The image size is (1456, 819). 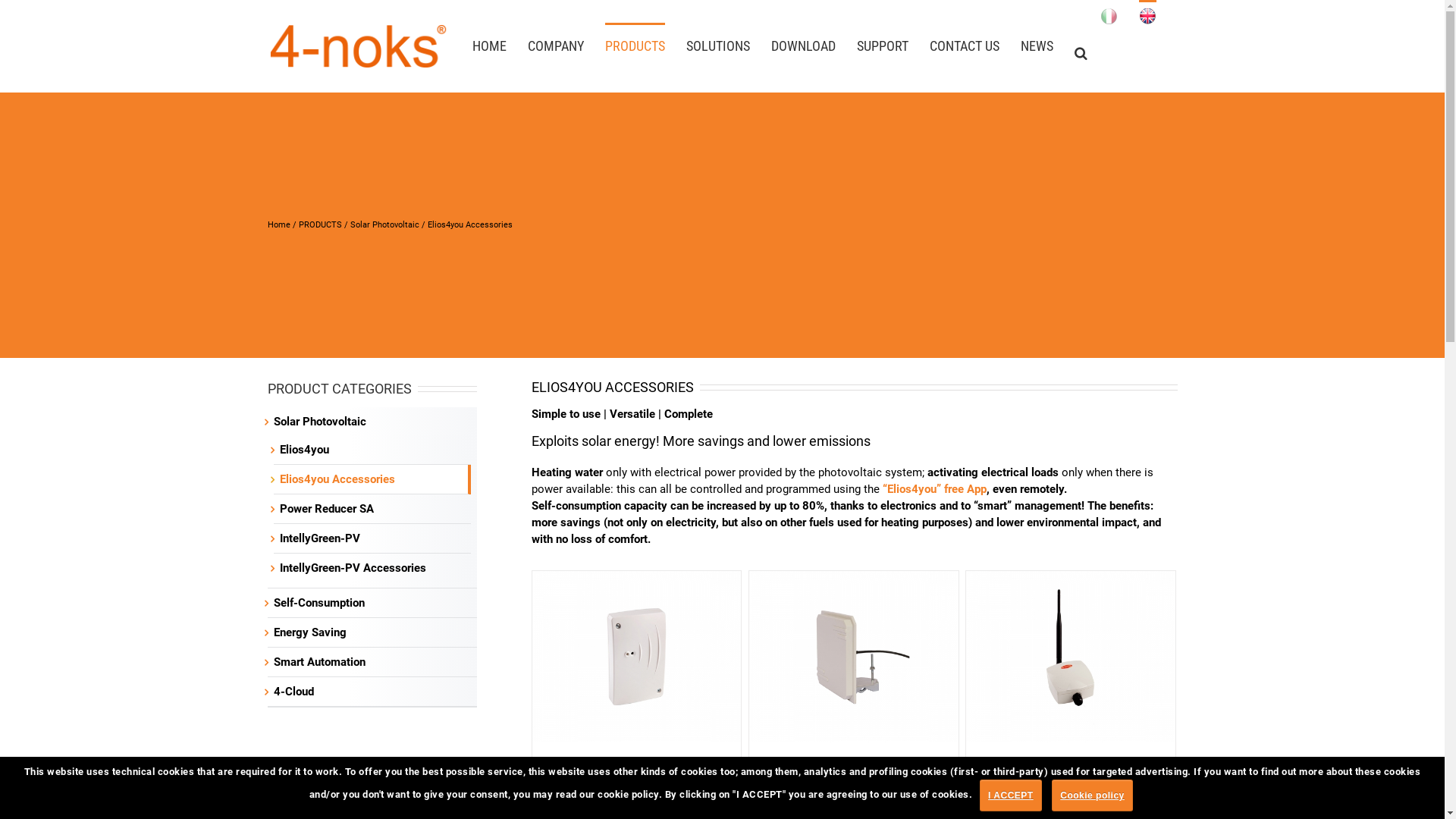 I want to click on 'CONTACT US', so click(x=964, y=43).